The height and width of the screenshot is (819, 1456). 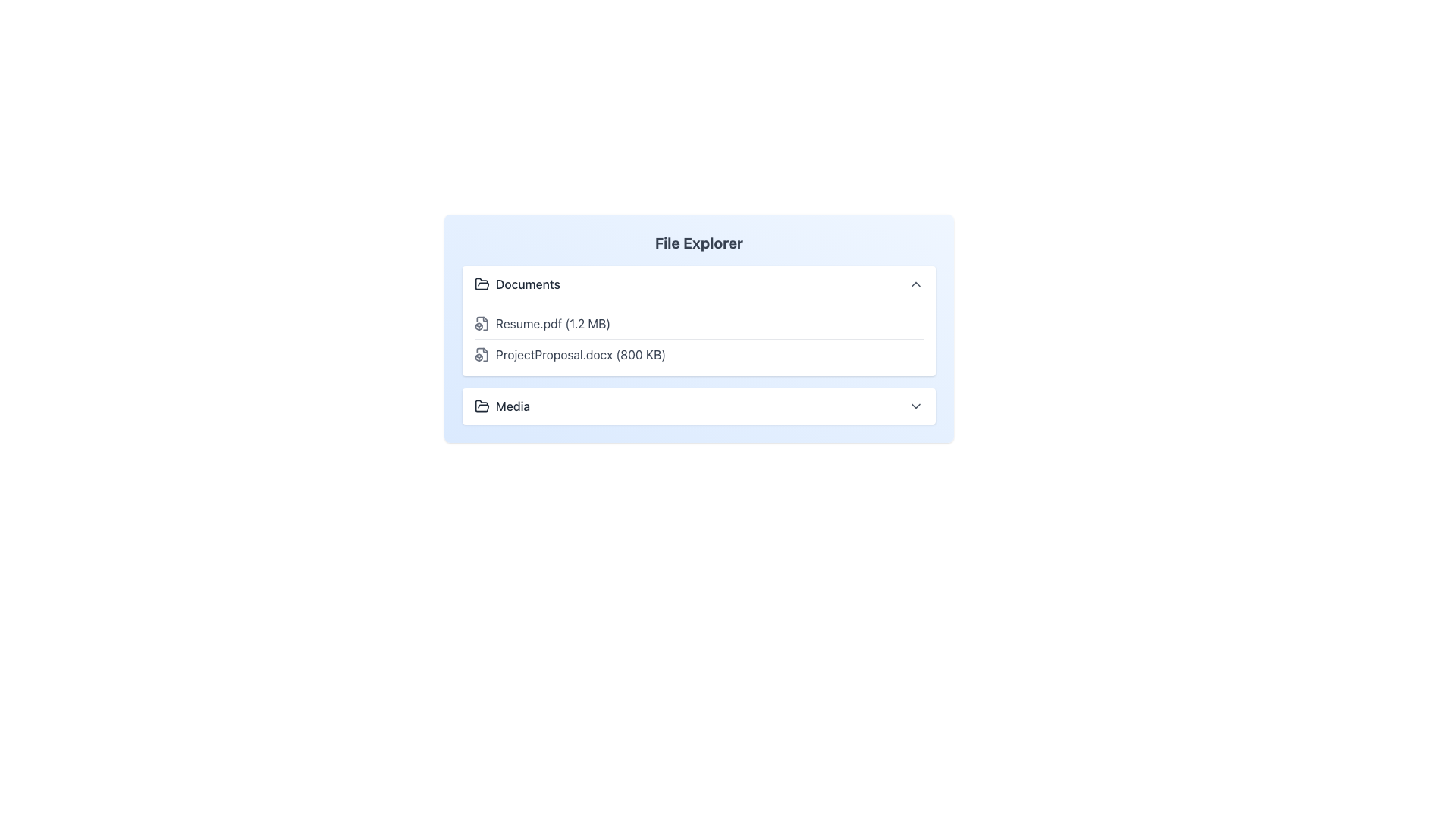 I want to click on the first list item labeled 'Resume.pdf (1.2 MB)', so click(x=698, y=323).